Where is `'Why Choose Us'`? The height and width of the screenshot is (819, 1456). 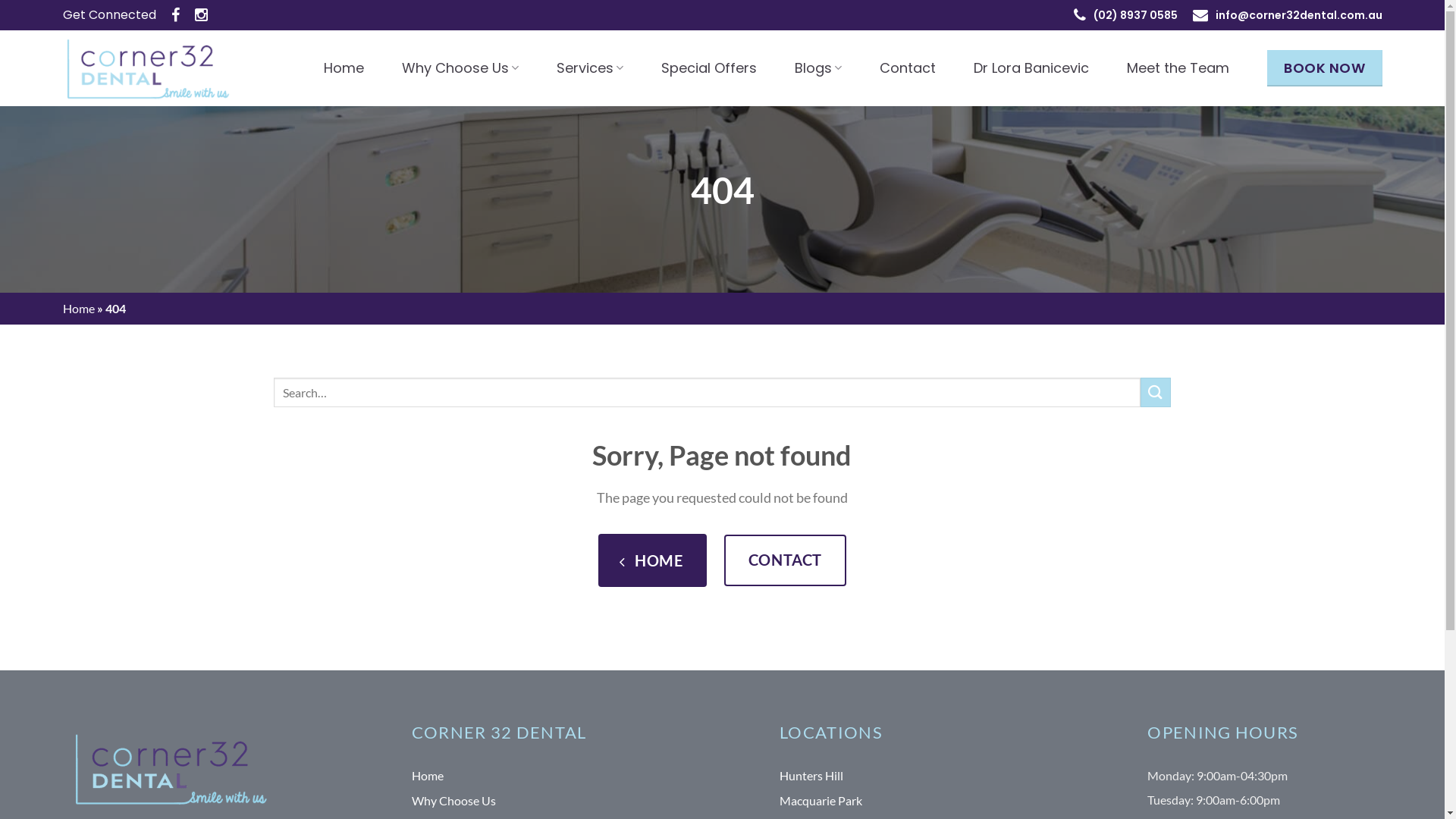 'Why Choose Us' is located at coordinates (411, 800).